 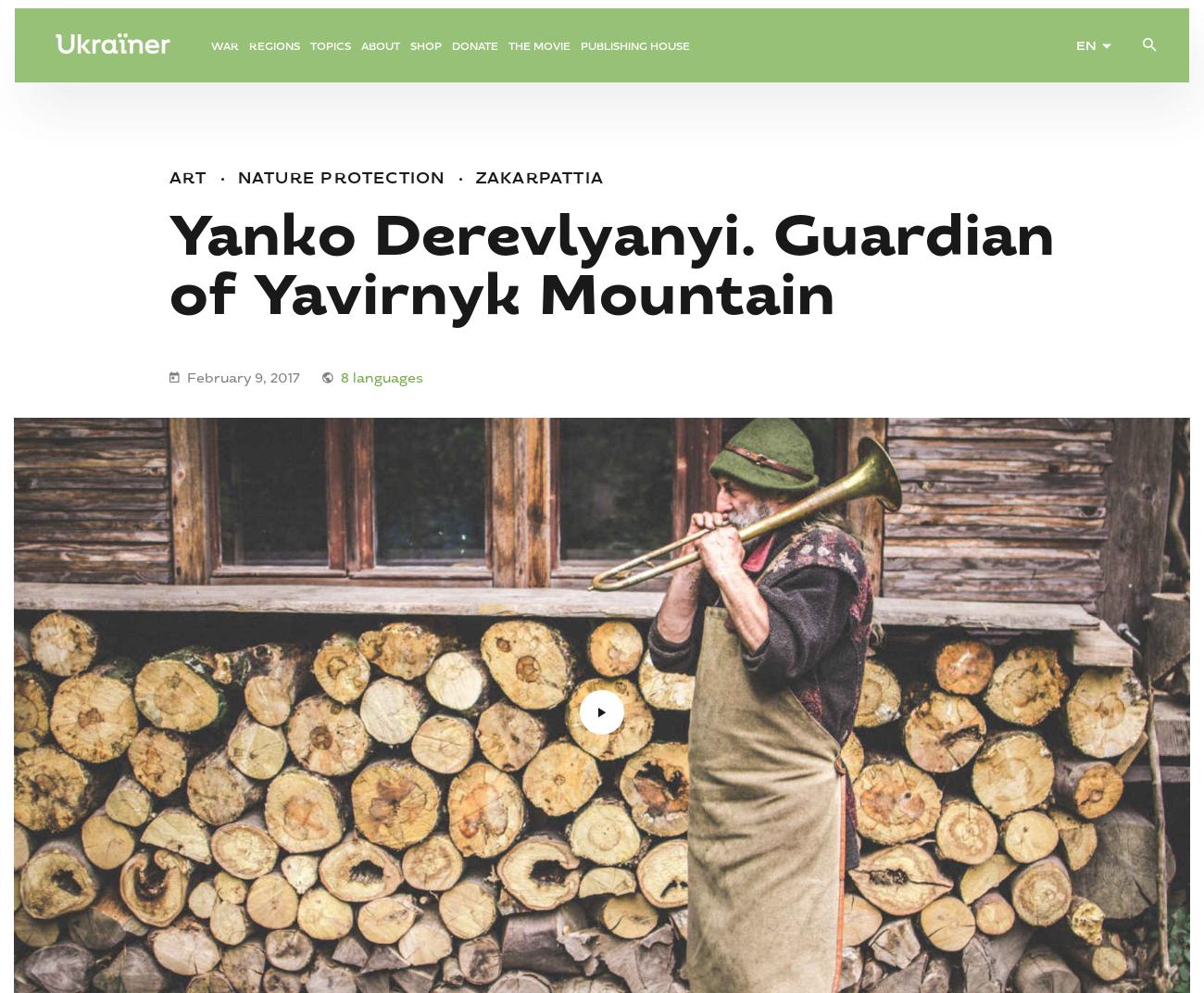 What do you see at coordinates (634, 59) in the screenshot?
I see `'Publishing House'` at bounding box center [634, 59].